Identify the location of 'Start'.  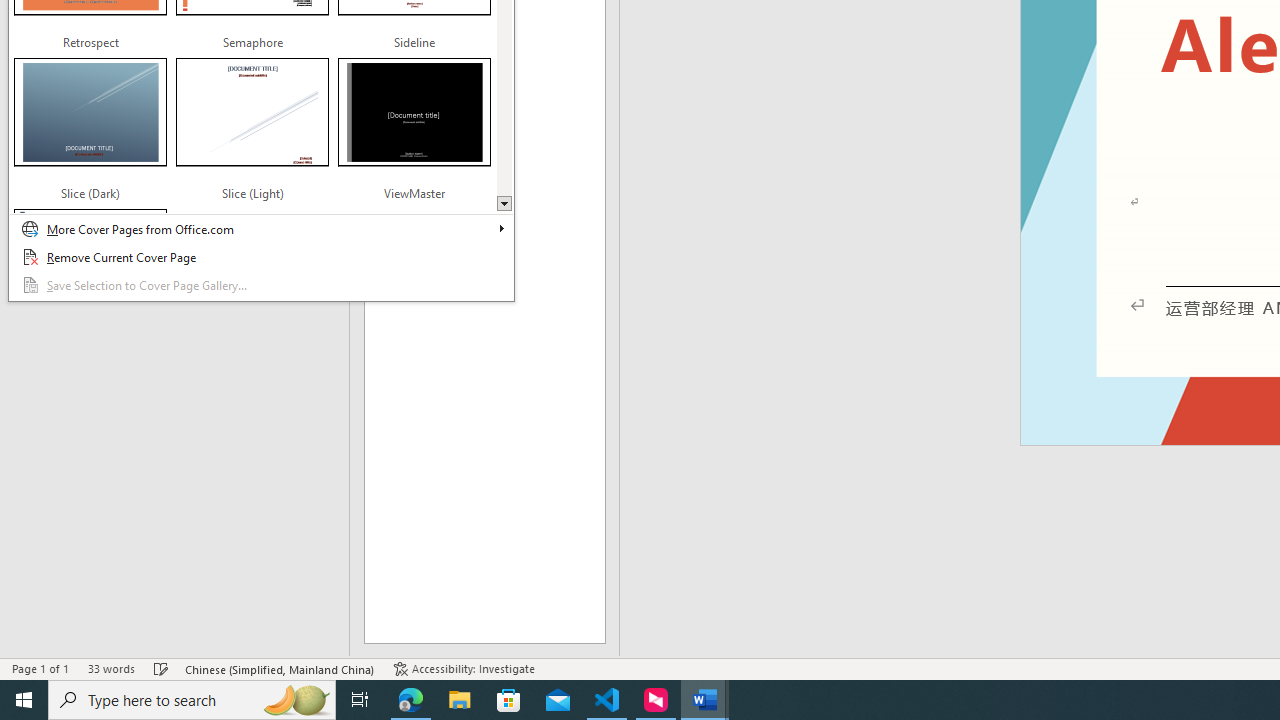
(24, 698).